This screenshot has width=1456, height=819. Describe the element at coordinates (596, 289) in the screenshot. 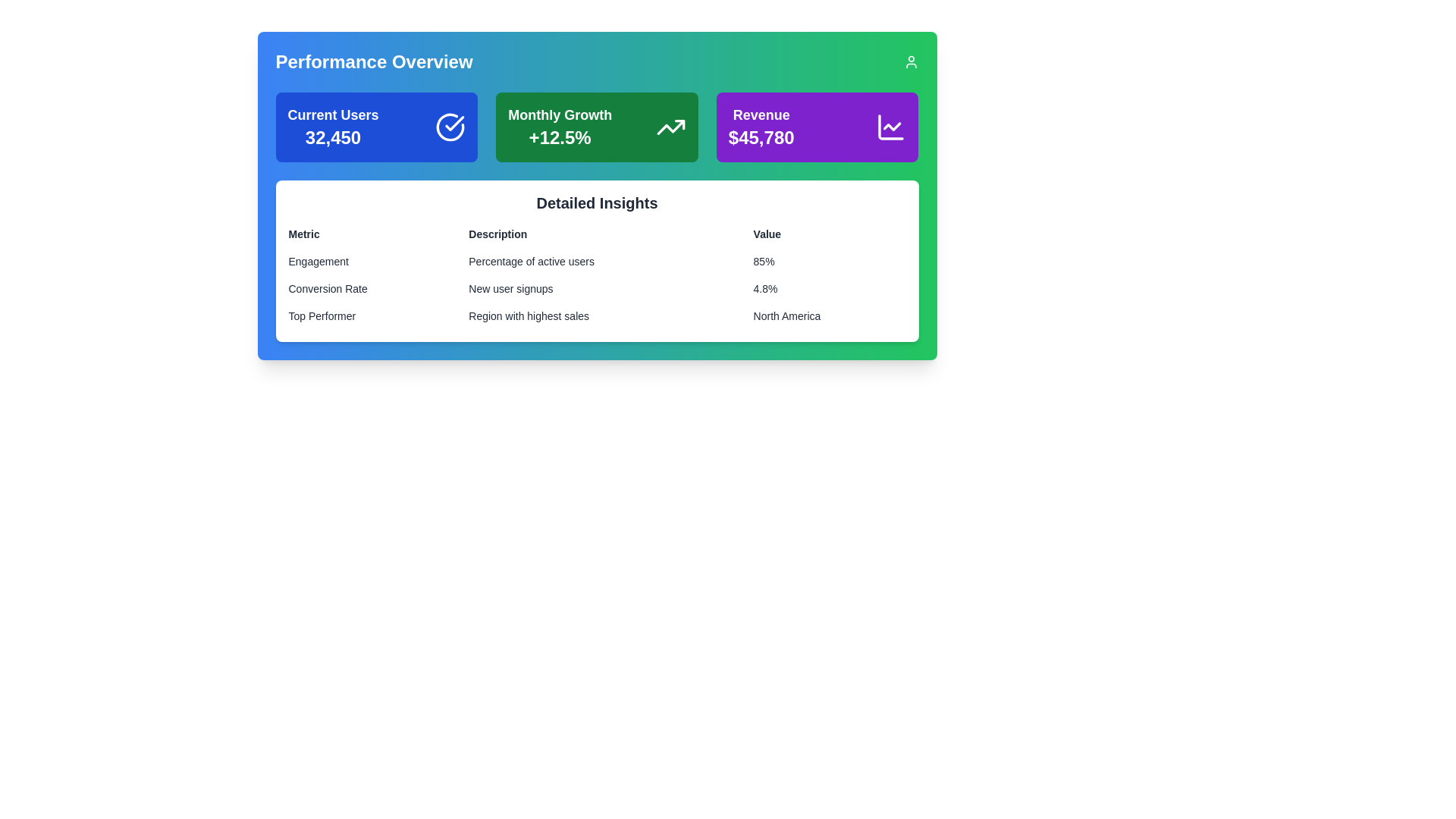

I see `the second table row element under 'Detailed Insights', which contains 'Conversion Rate', 'New user signups', and '4.8%'` at that location.